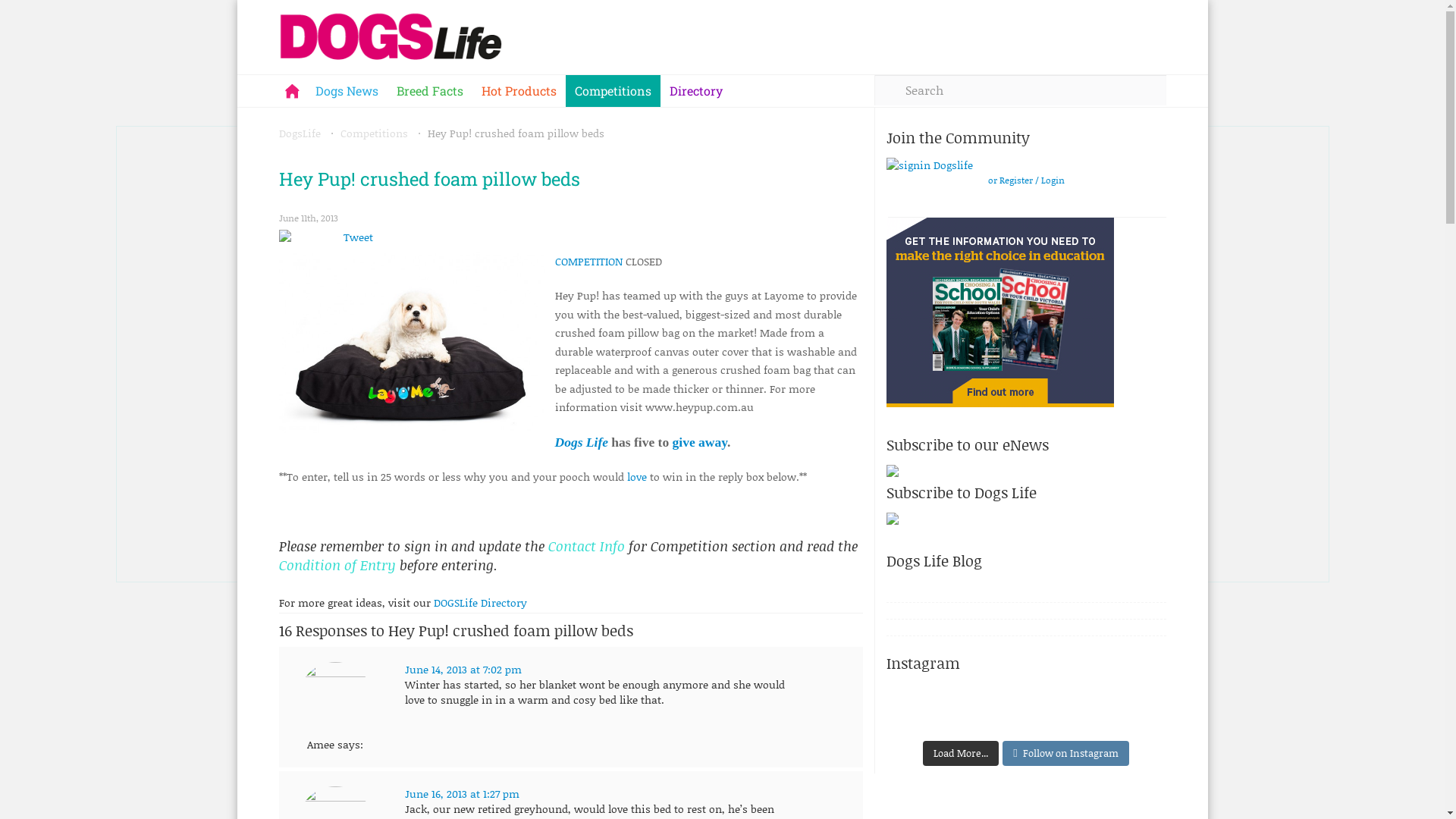  I want to click on 'COMPETITION', so click(588, 260).